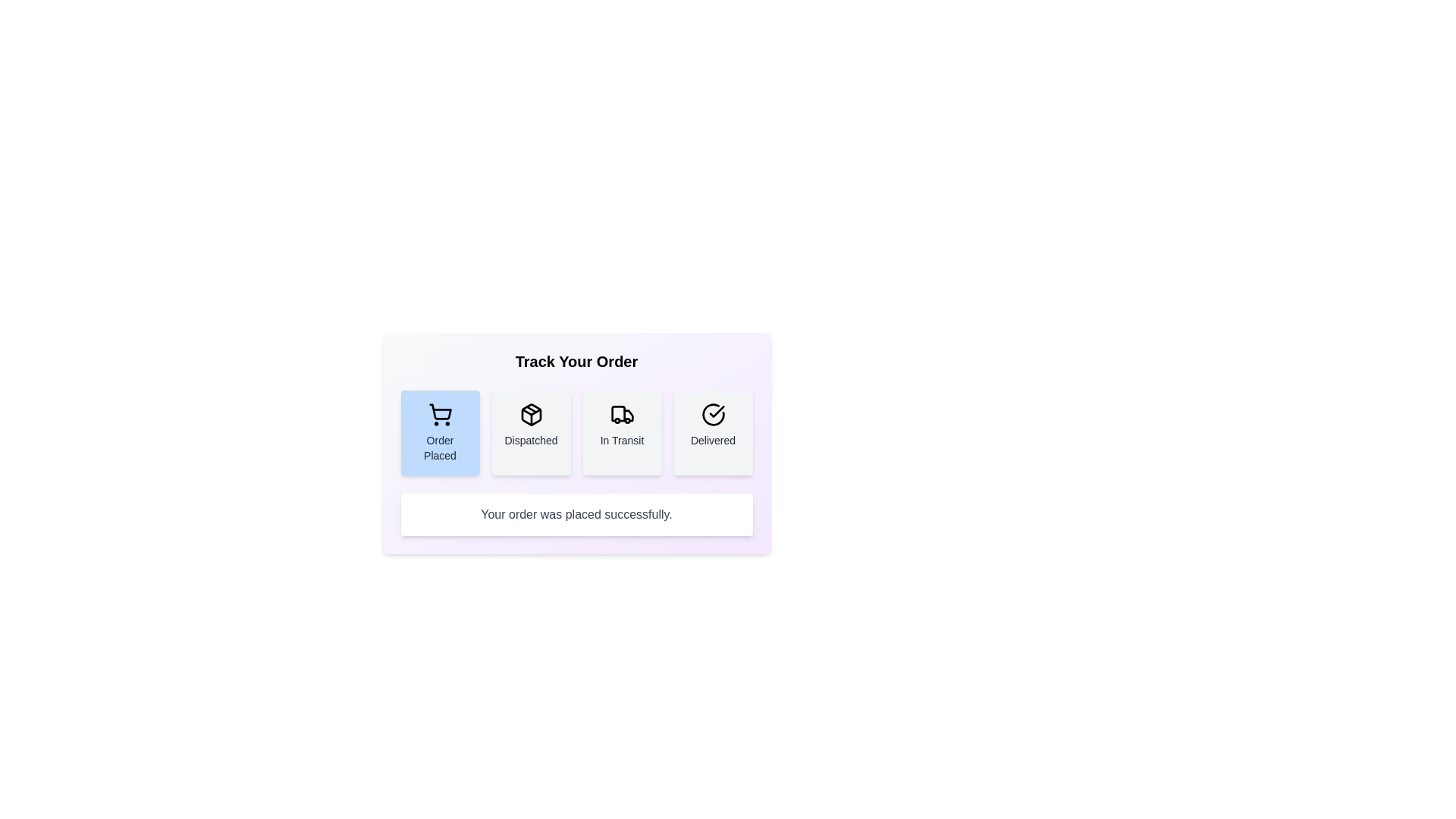 Image resolution: width=1456 pixels, height=819 pixels. Describe the element at coordinates (531, 432) in the screenshot. I see `the 'Dispatched' button to view its details` at that location.